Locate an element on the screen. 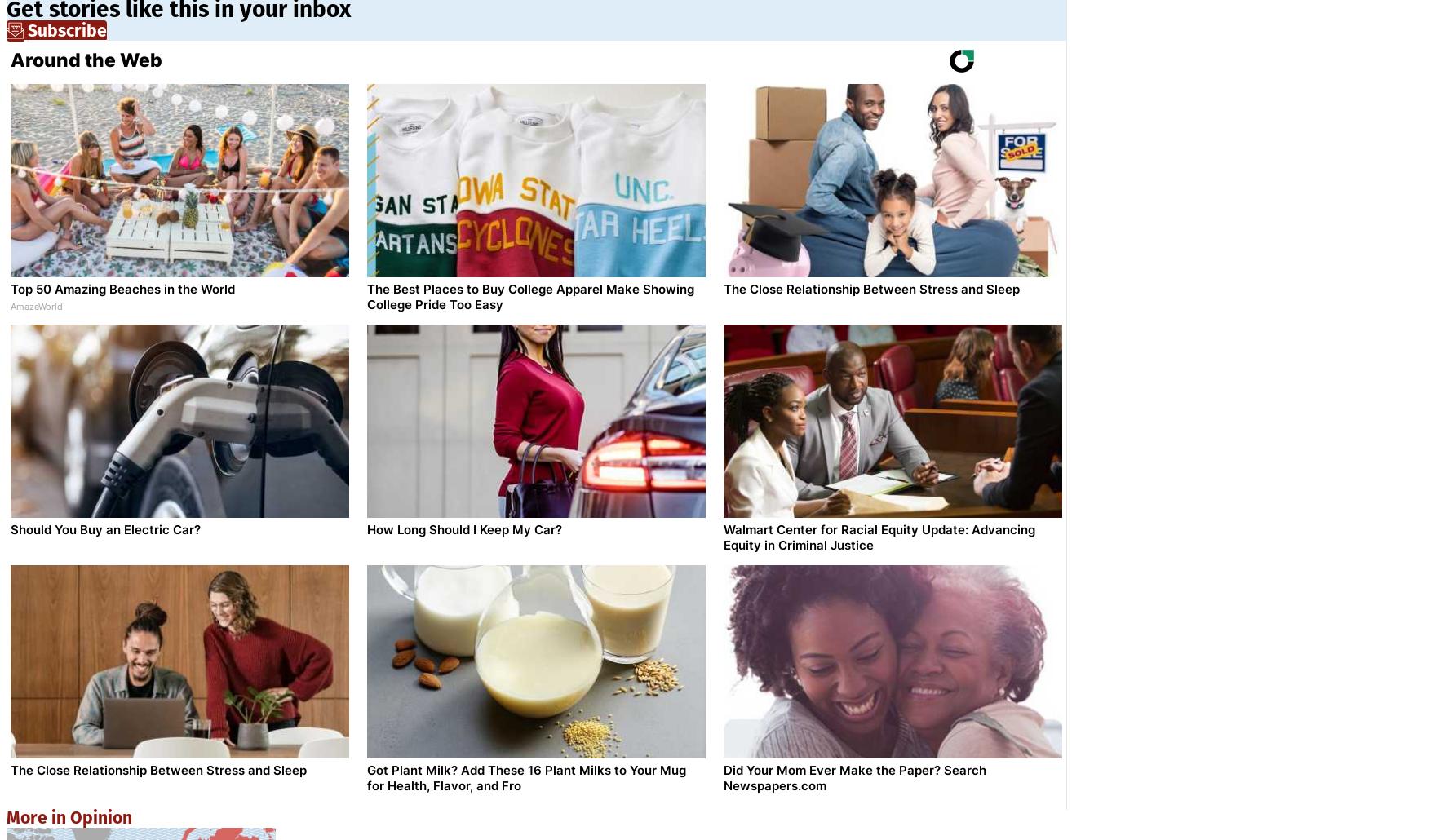 The width and height of the screenshot is (1444, 840). 'More in' is located at coordinates (38, 816).